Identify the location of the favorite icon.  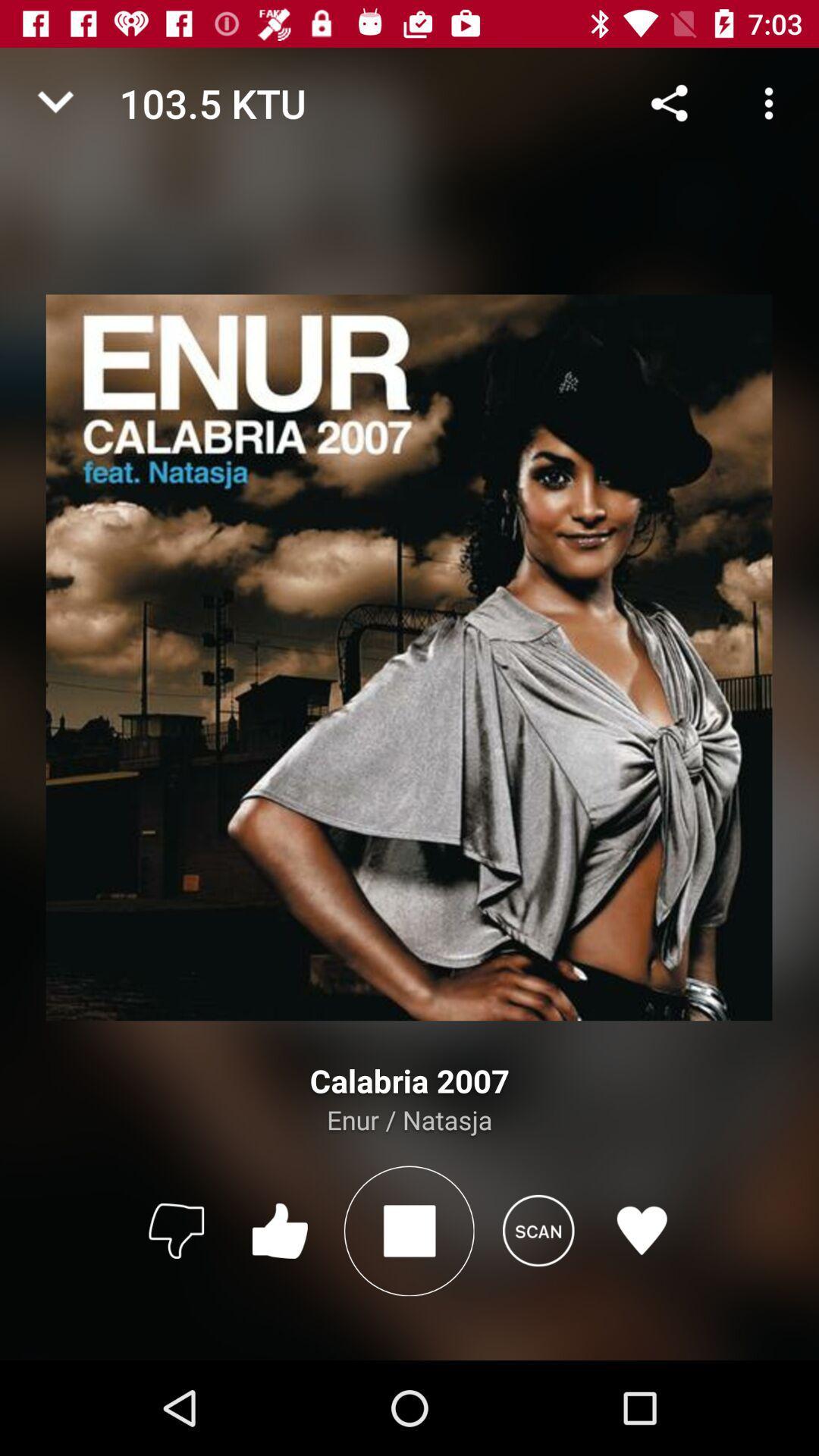
(642, 1230).